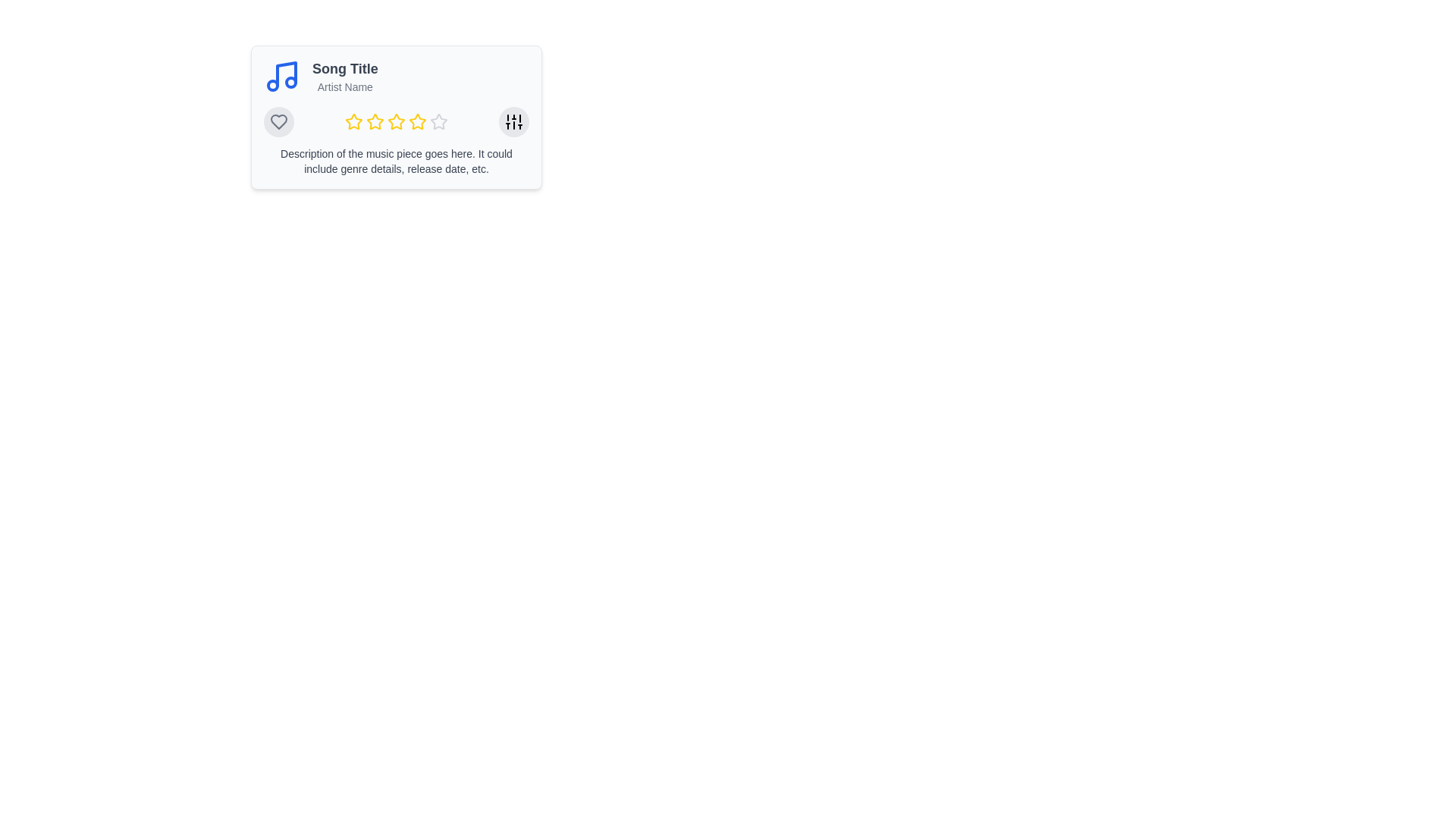 Image resolution: width=1456 pixels, height=819 pixels. What do you see at coordinates (438, 121) in the screenshot?
I see `the fourth star-shaped icon in the rating system for keyboard selection` at bounding box center [438, 121].